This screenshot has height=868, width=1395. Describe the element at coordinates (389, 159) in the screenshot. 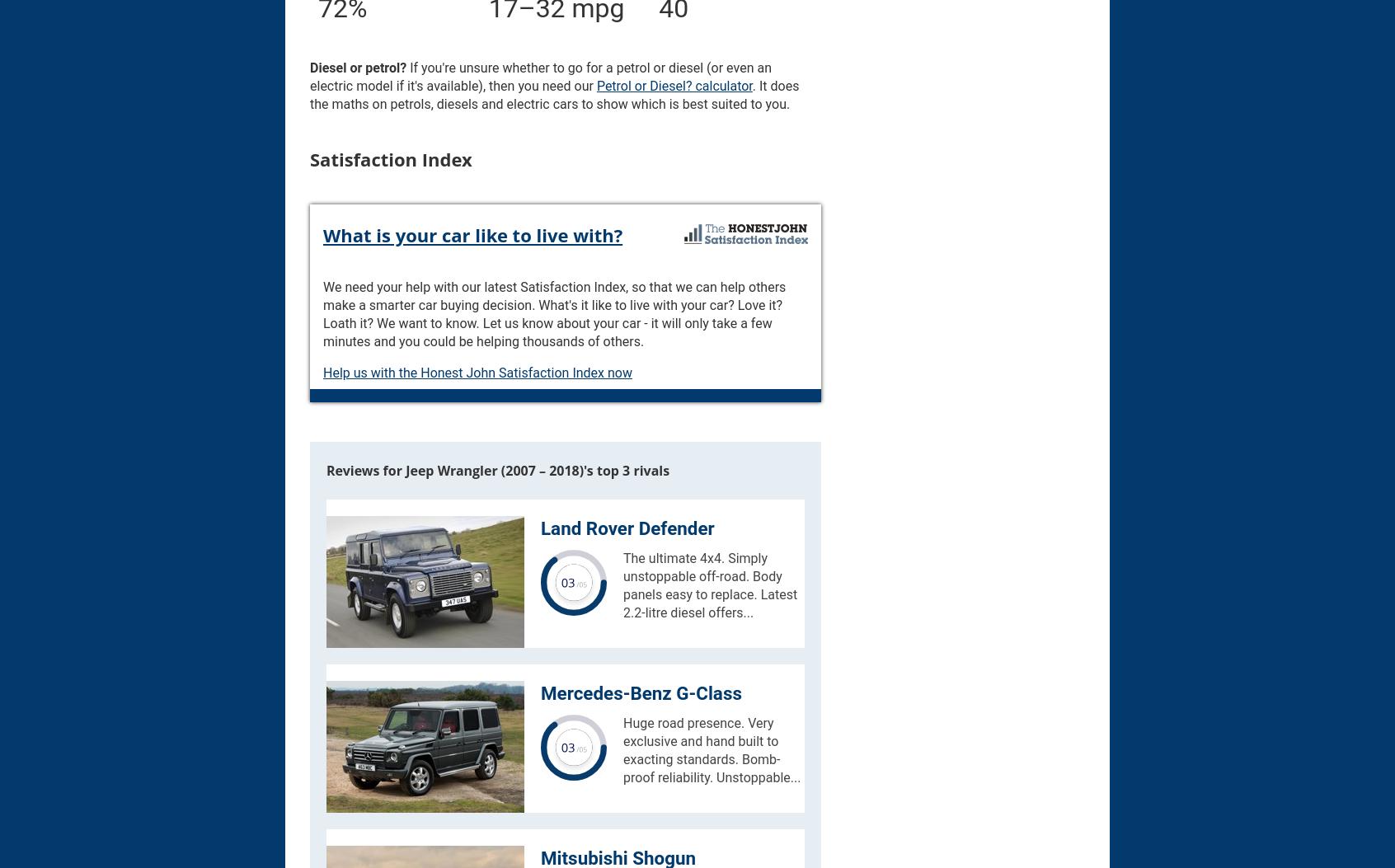

I see `'Satisfaction Index'` at that location.